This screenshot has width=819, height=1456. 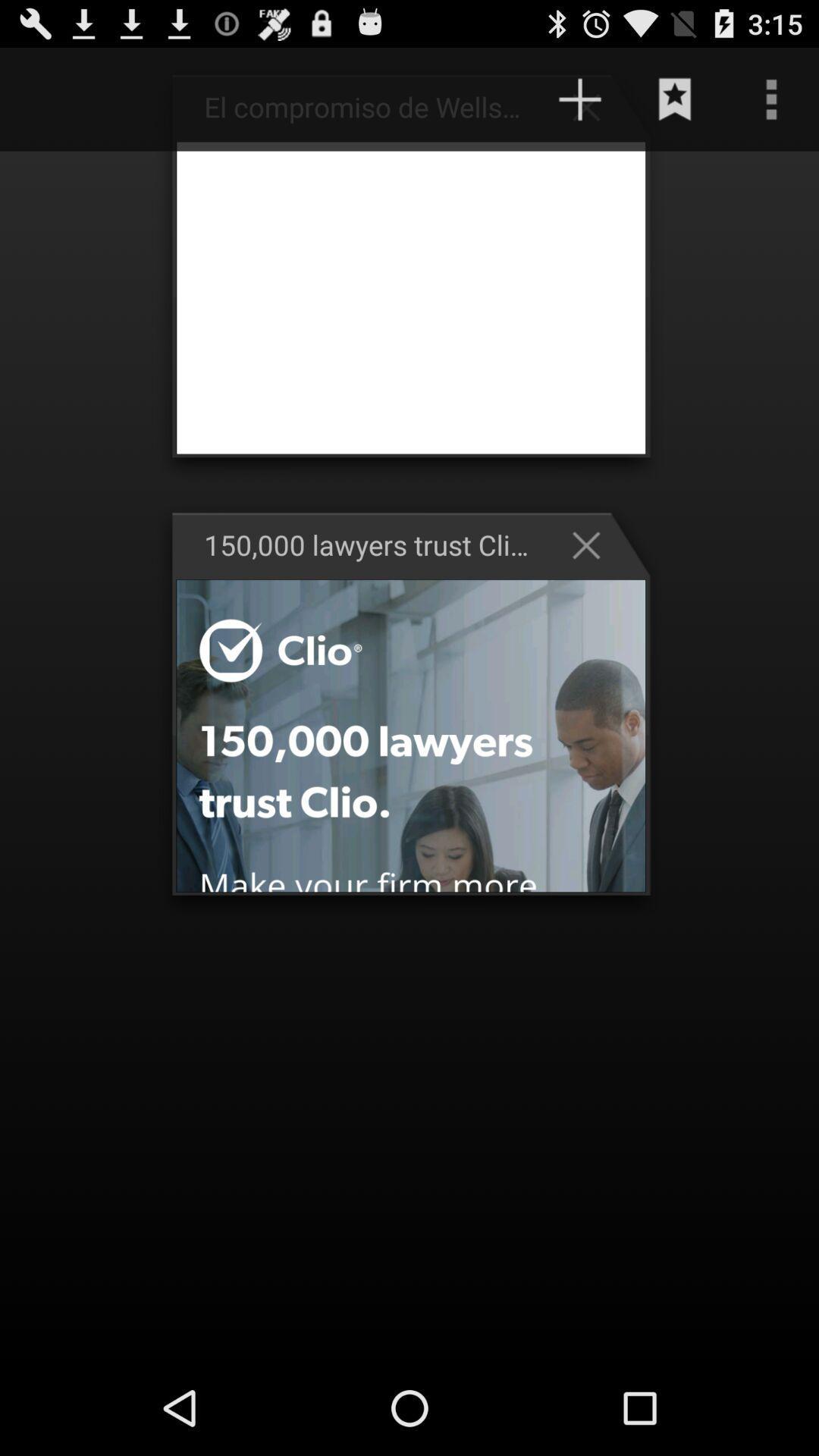 I want to click on the second image, so click(x=411, y=736).